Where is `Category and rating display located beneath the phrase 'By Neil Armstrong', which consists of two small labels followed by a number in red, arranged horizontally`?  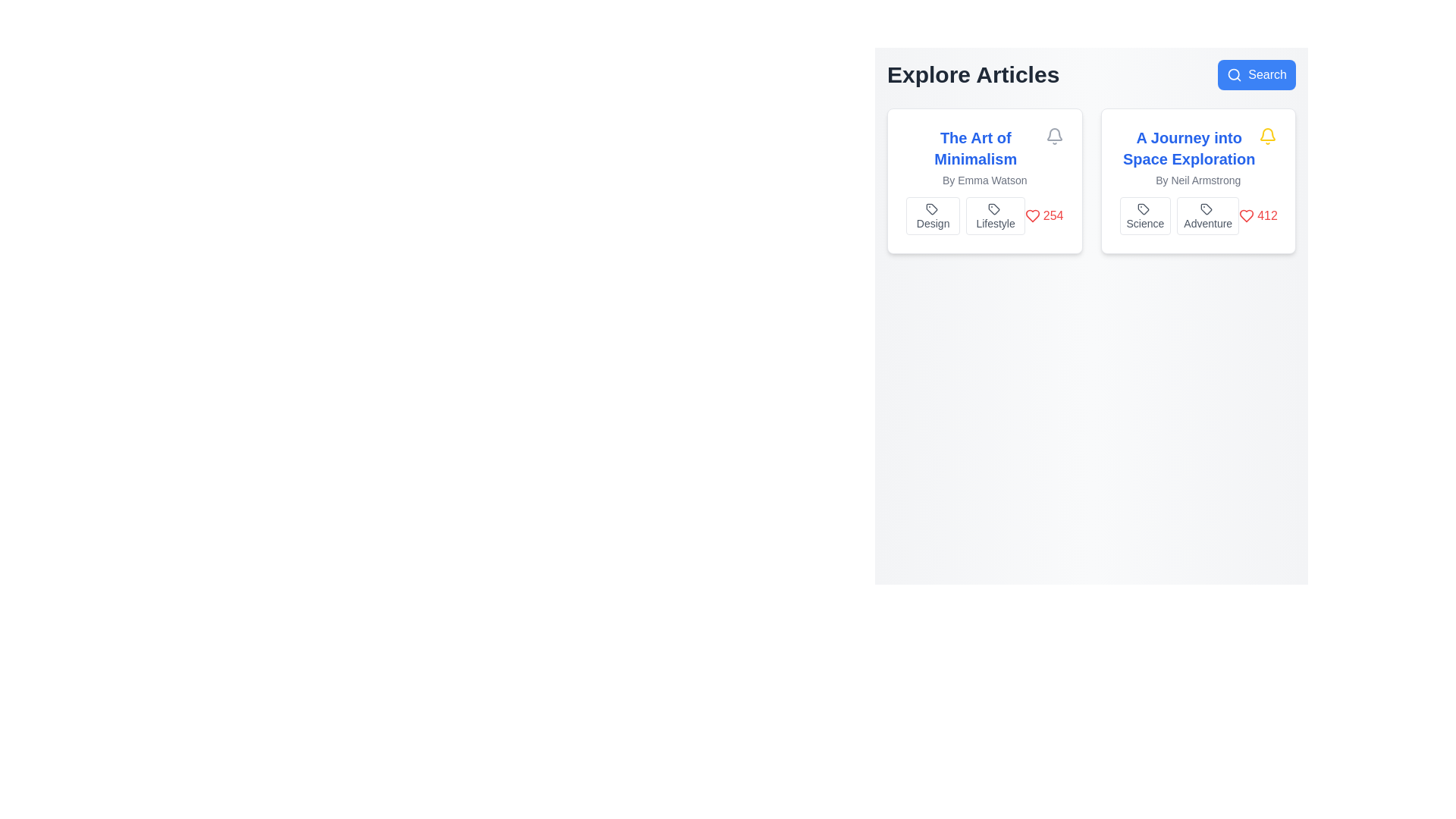 Category and rating display located beneath the phrase 'By Neil Armstrong', which consists of two small labels followed by a number in red, arranged horizontally is located at coordinates (1197, 216).